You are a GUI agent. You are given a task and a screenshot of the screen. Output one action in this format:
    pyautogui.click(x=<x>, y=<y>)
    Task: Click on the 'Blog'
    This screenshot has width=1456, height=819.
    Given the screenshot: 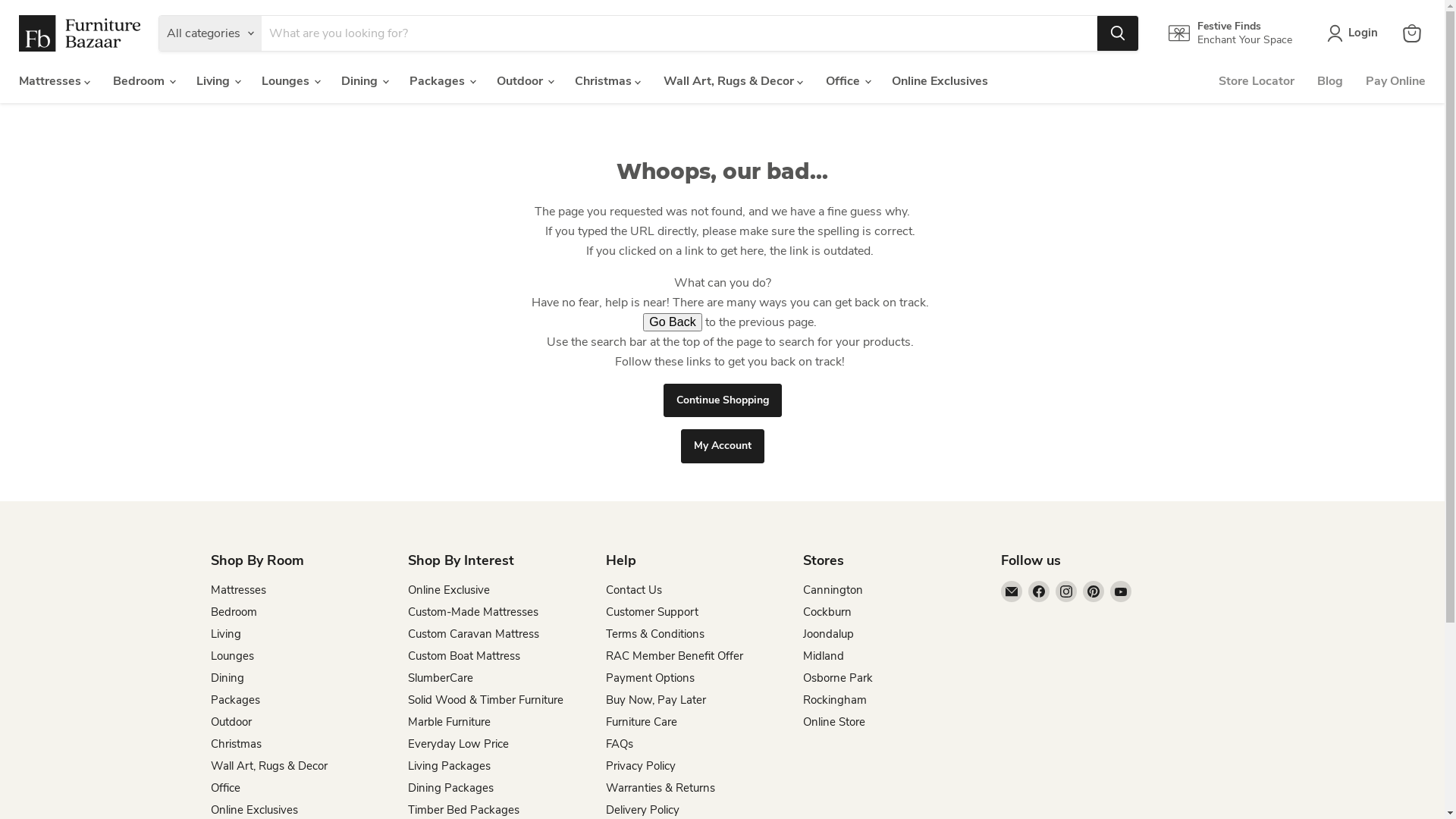 What is the action you would take?
    pyautogui.click(x=1305, y=81)
    